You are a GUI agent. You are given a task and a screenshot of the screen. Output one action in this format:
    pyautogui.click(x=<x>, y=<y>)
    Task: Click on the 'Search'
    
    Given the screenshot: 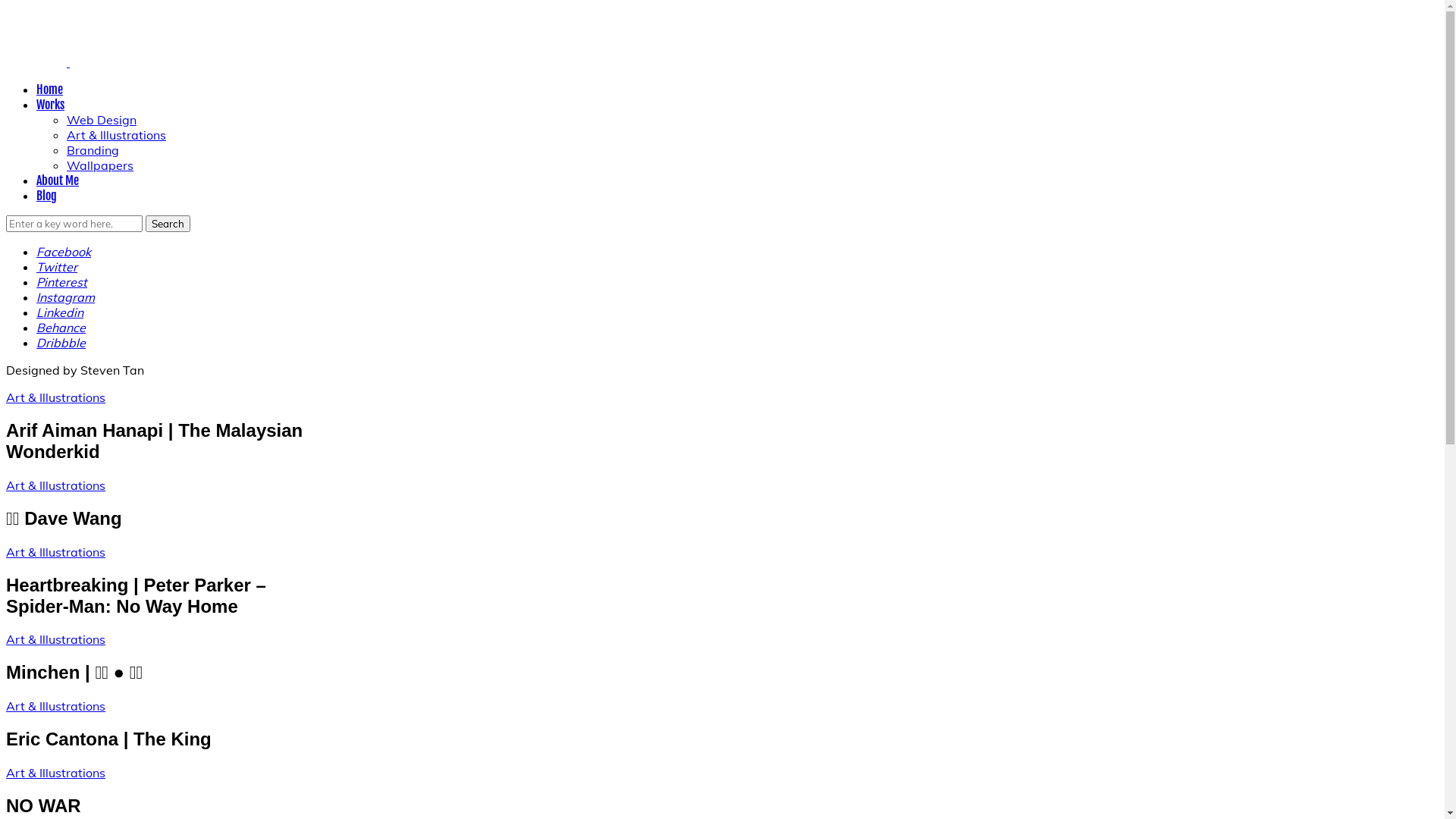 What is the action you would take?
    pyautogui.click(x=168, y=223)
    